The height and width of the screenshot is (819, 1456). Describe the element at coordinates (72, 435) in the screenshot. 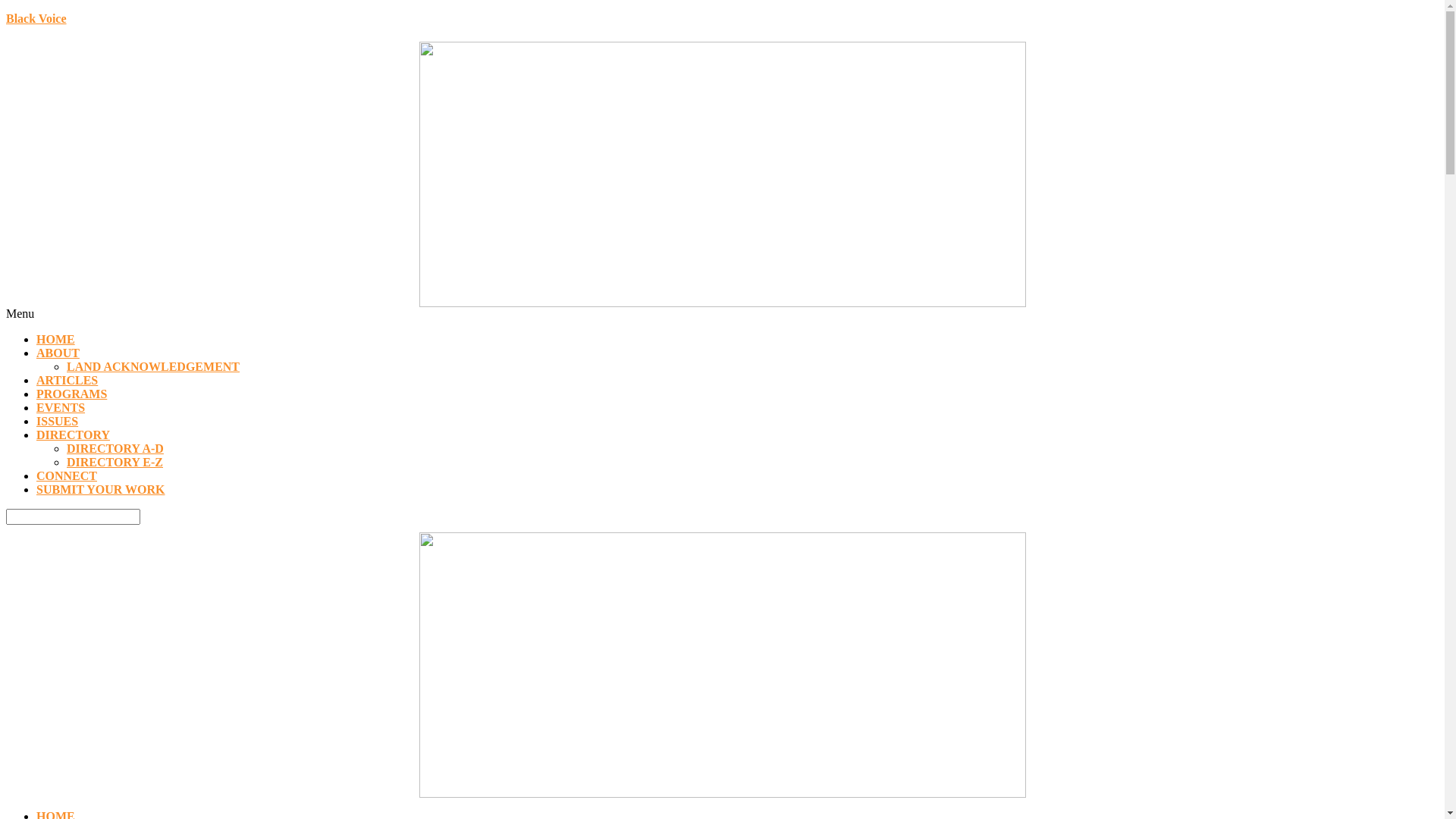

I see `'DIRECTORY'` at that location.